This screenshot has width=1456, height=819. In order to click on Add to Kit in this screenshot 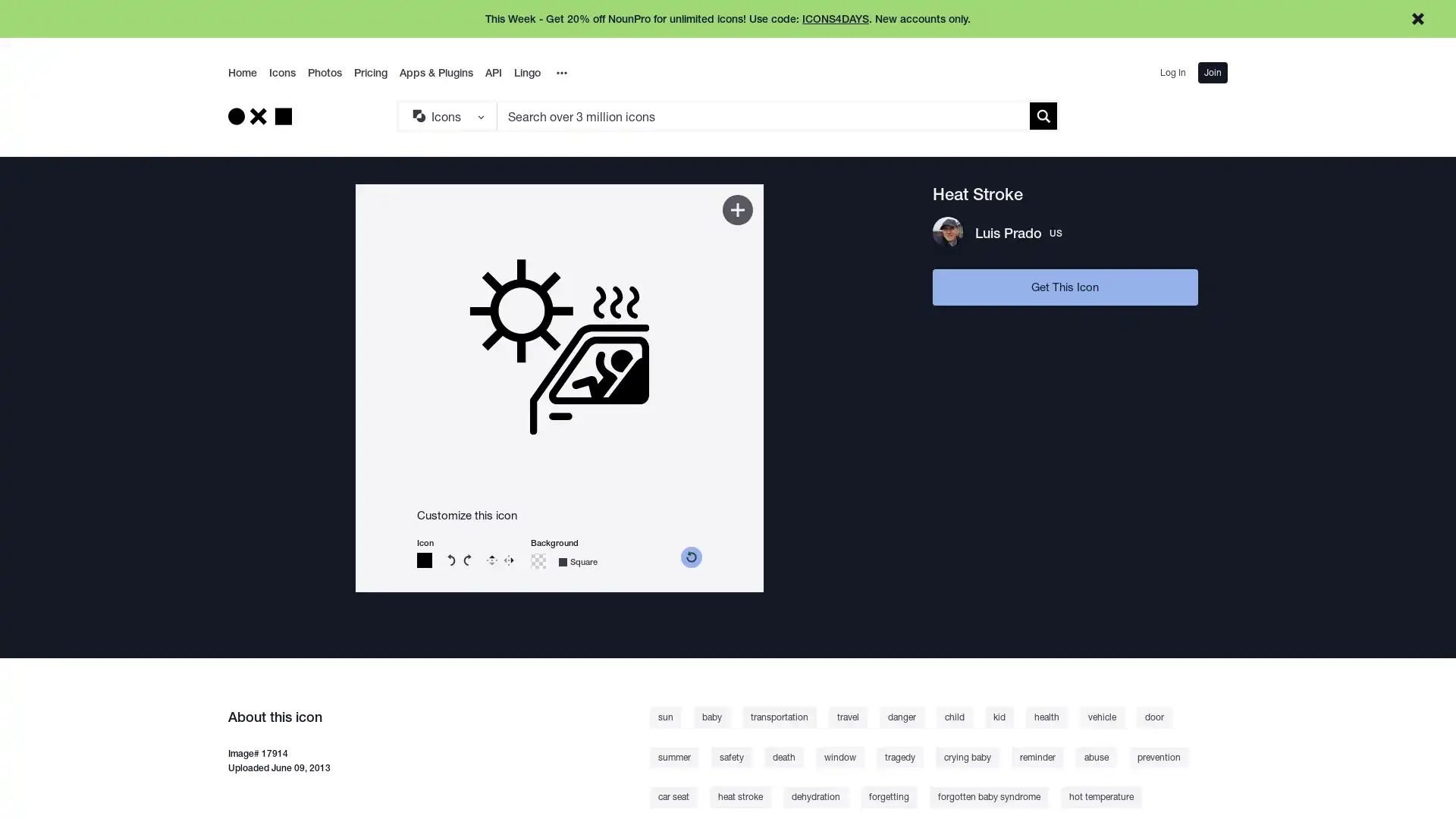, I will do `click(737, 210)`.